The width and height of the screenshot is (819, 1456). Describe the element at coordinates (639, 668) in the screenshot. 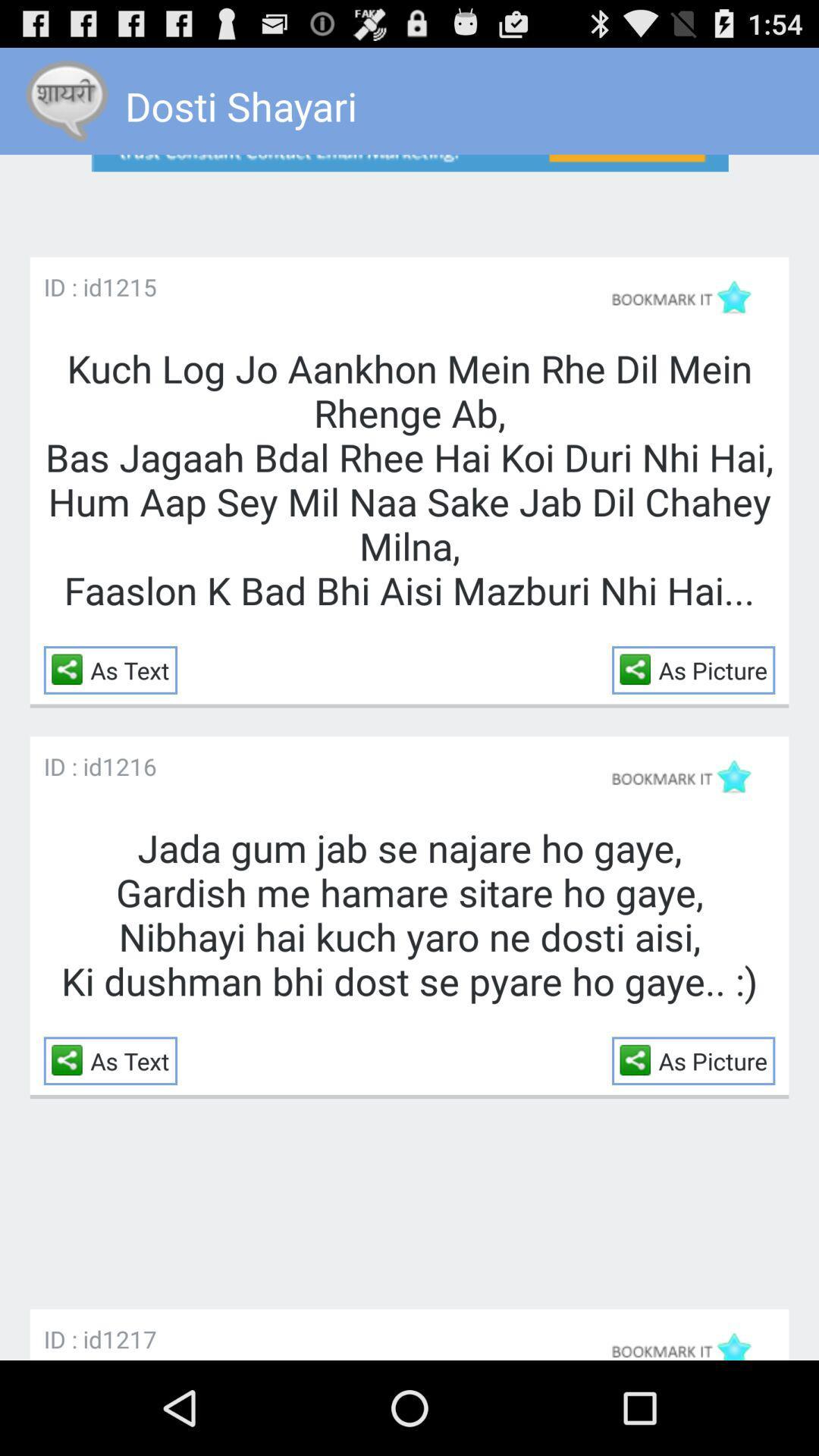

I see `icon to the left of as picture item` at that location.